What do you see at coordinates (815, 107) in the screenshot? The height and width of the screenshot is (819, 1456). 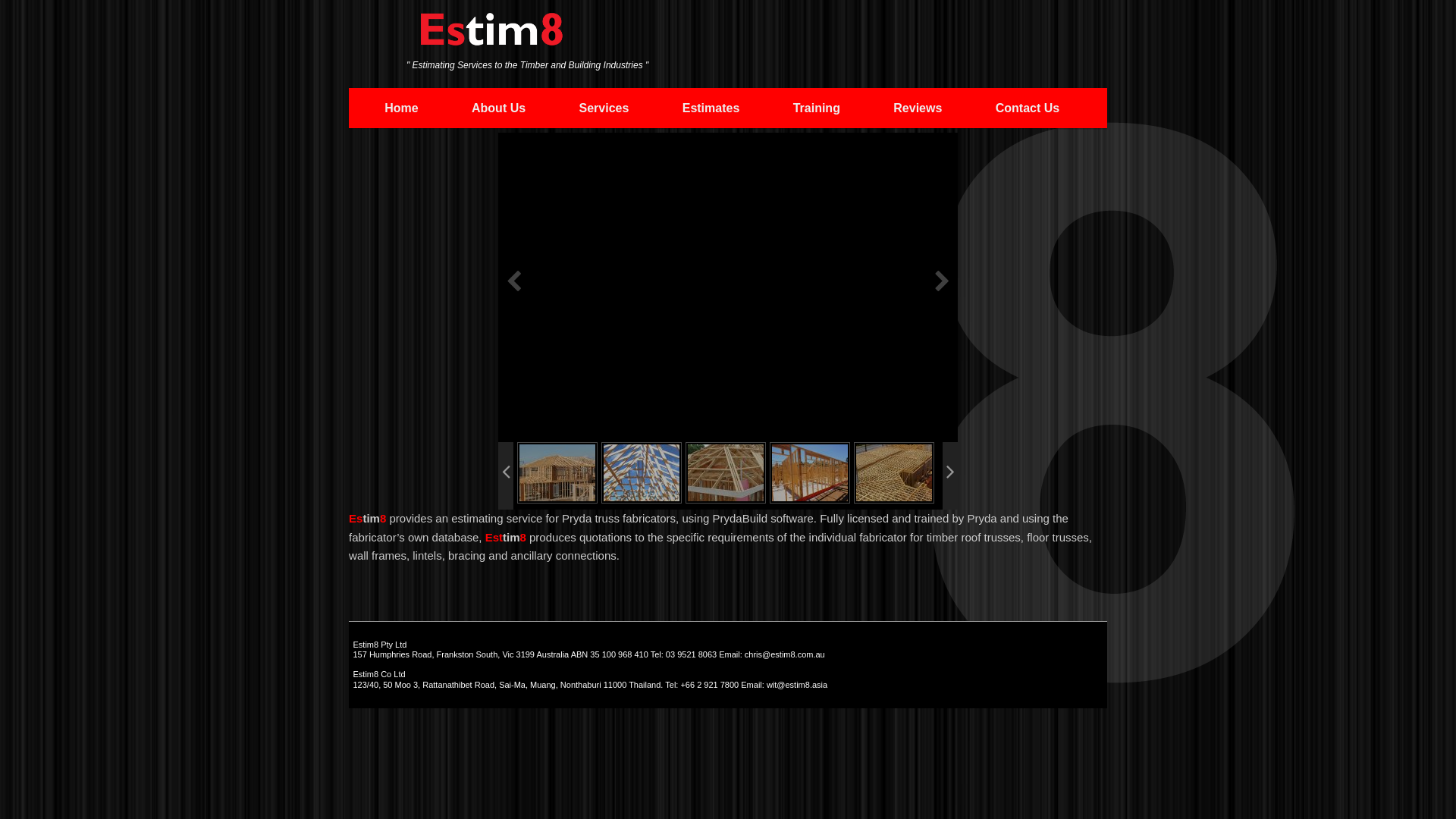 I see `'Training'` at bounding box center [815, 107].